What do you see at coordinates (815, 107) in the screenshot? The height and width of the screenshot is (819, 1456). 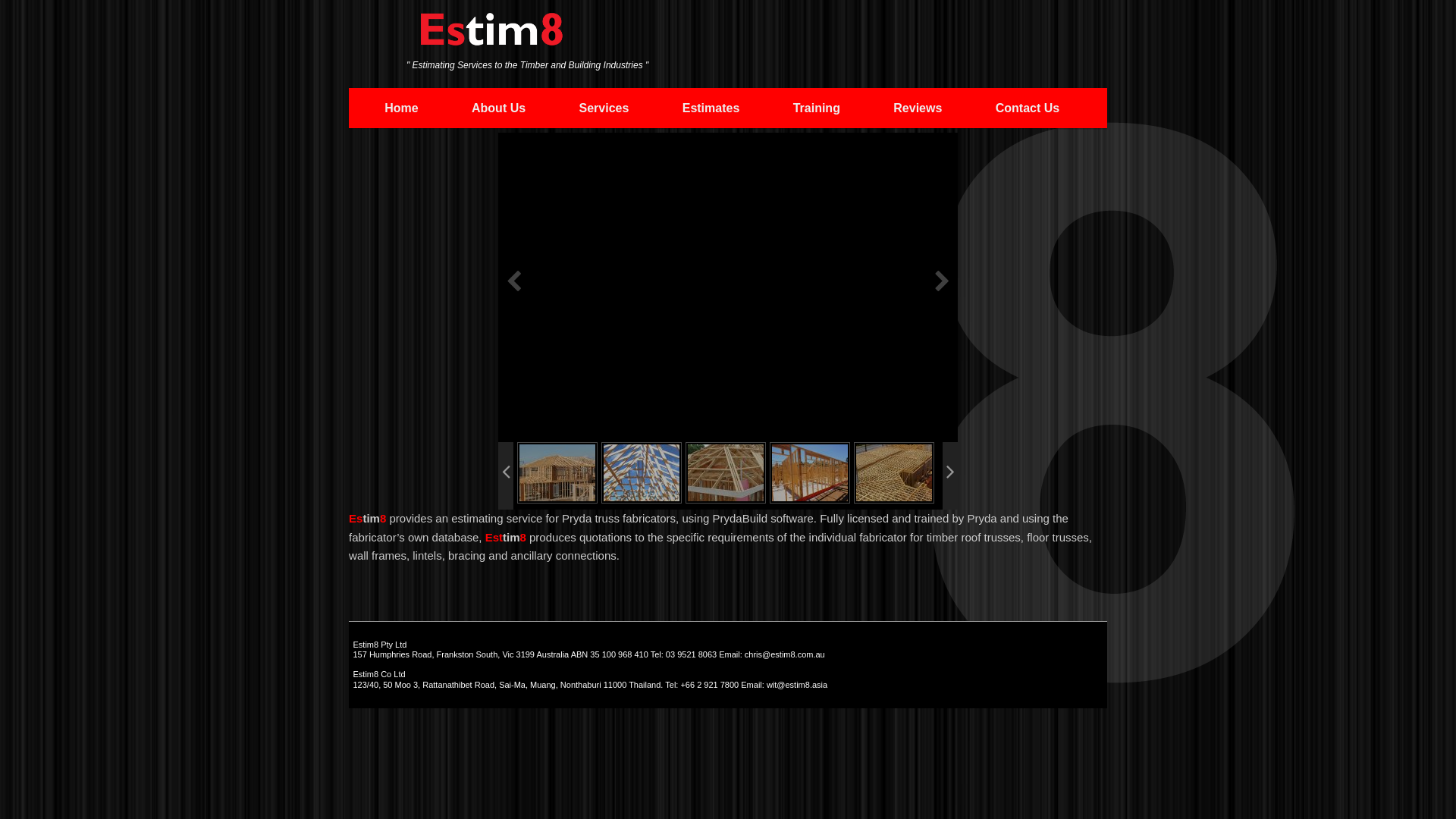 I see `'Training'` at bounding box center [815, 107].